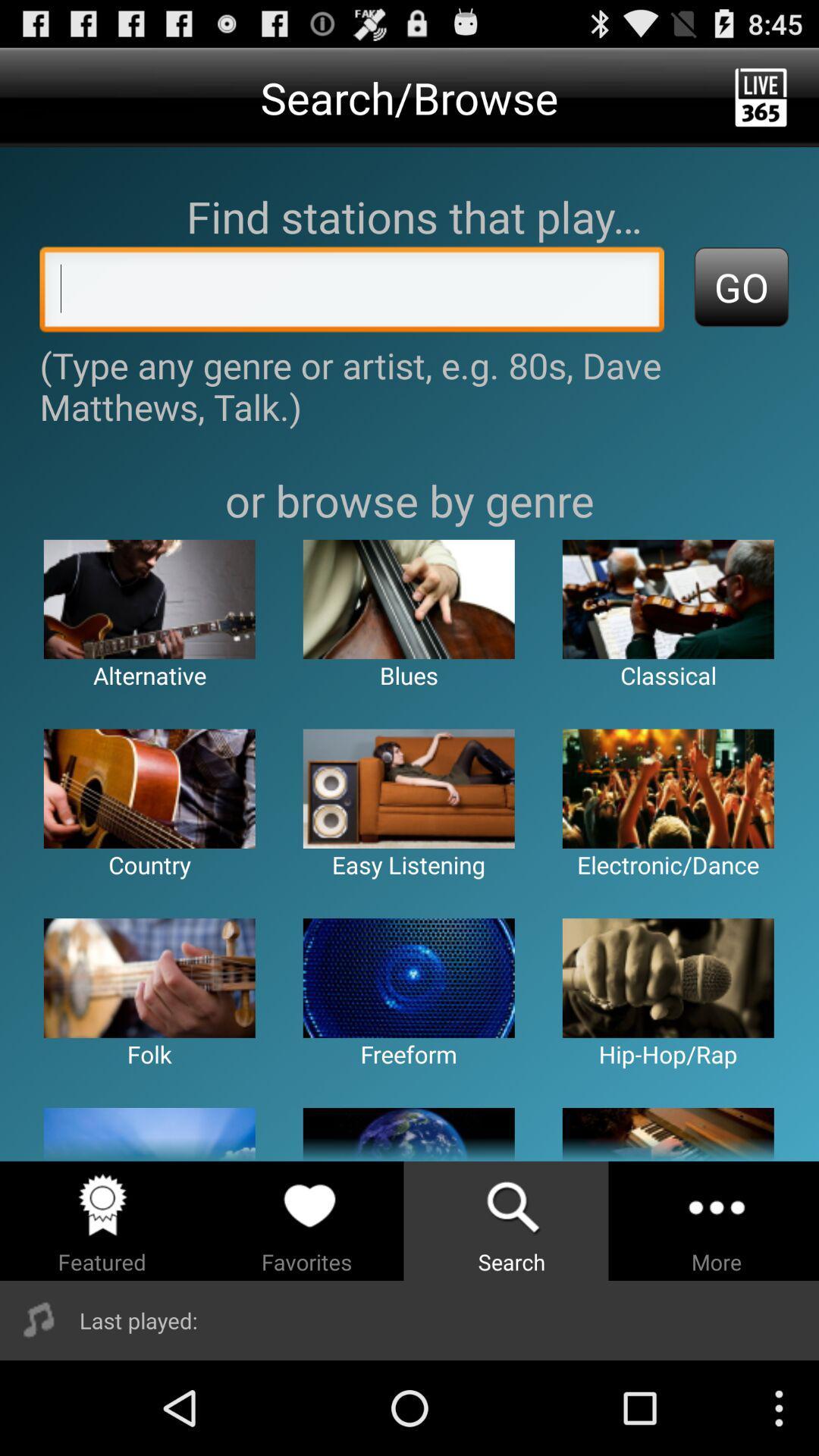 The image size is (819, 1456). I want to click on the go item, so click(741, 287).